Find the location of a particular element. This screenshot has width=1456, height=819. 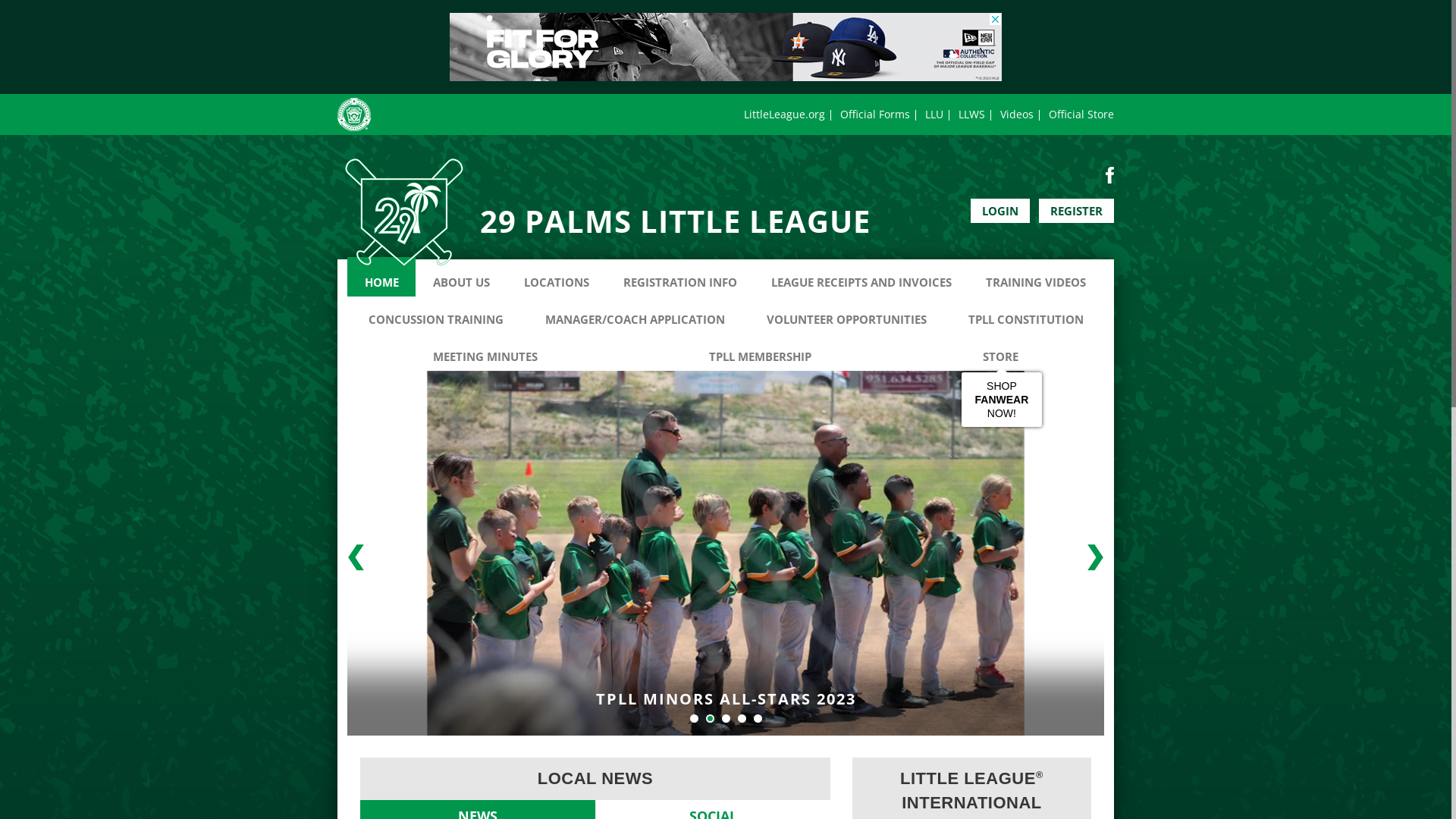

'LLU' is located at coordinates (934, 113).